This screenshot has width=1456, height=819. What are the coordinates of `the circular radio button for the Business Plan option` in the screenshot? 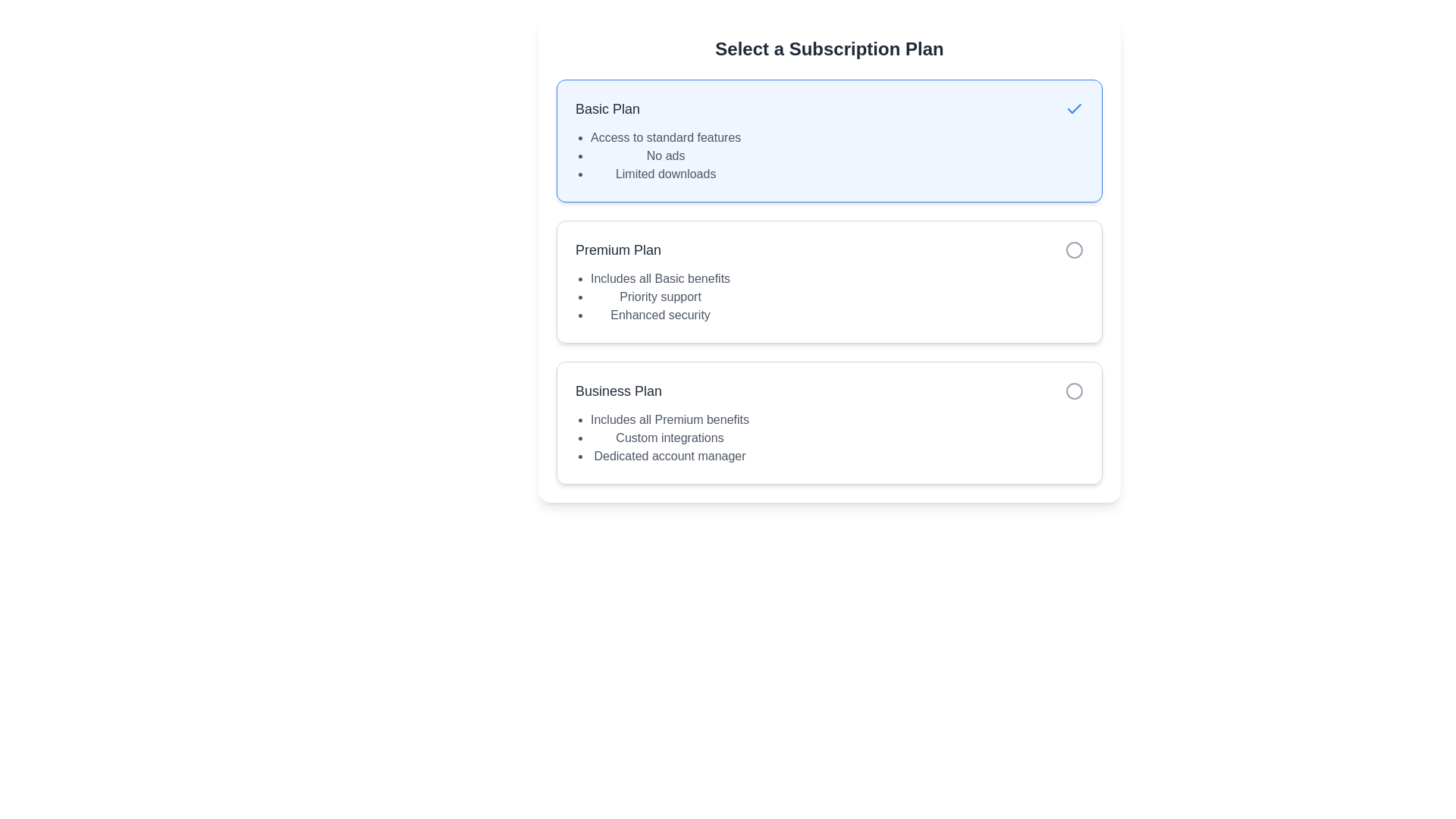 It's located at (1073, 391).